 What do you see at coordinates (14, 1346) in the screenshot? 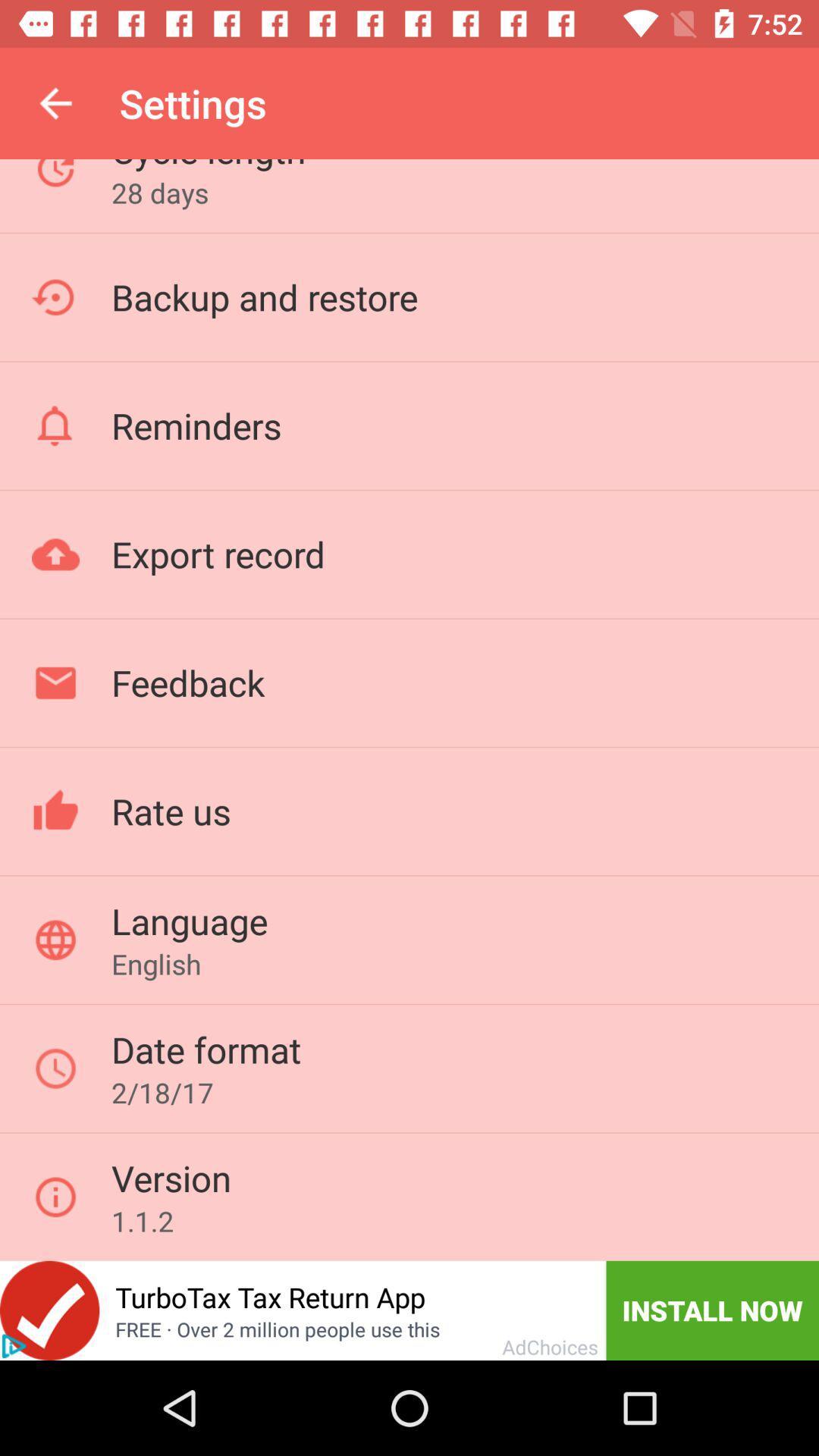
I see `icon to the left of free over 2` at bounding box center [14, 1346].